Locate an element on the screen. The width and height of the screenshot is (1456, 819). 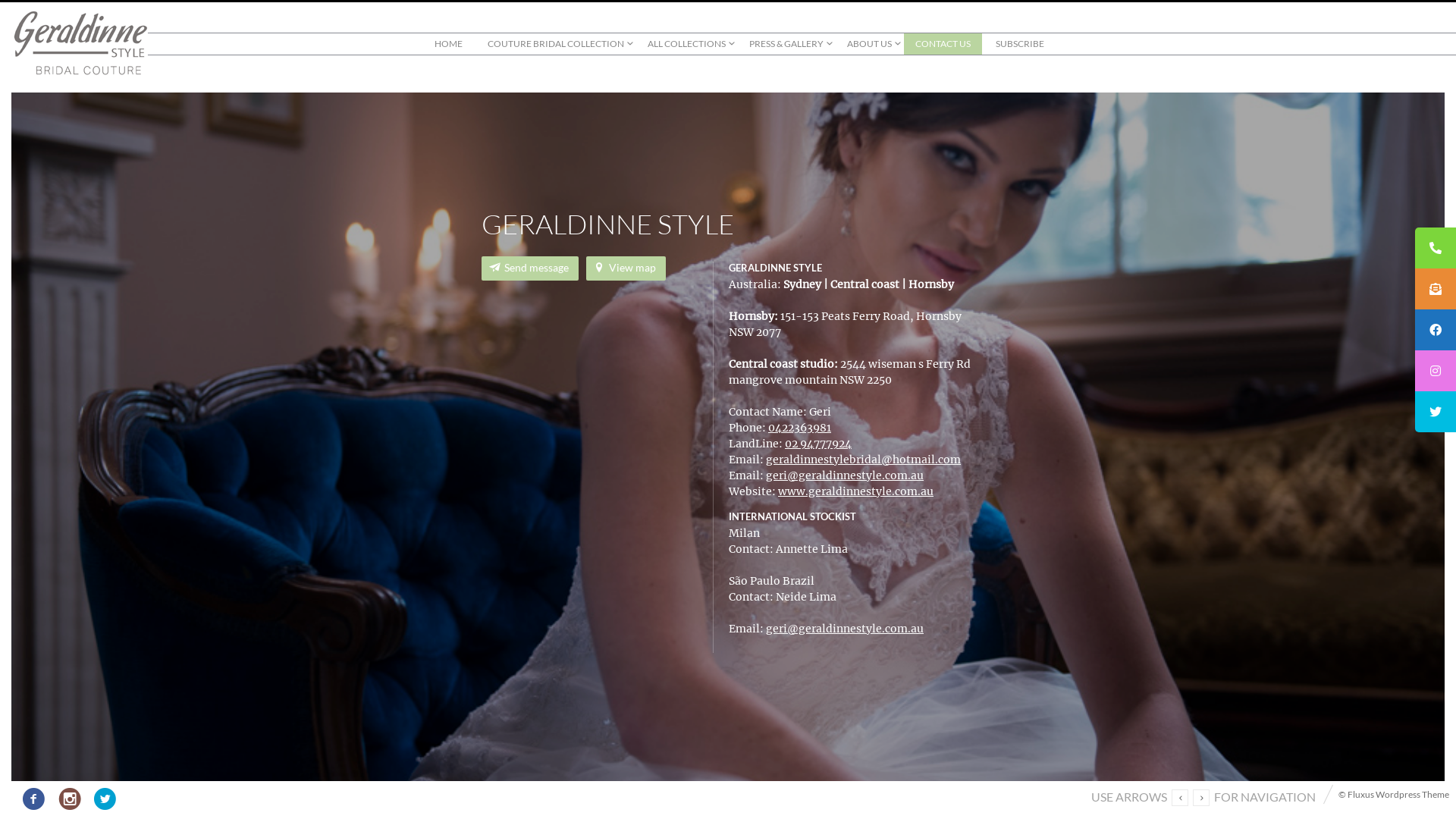
'PRESS & GALLERY' is located at coordinates (786, 42).